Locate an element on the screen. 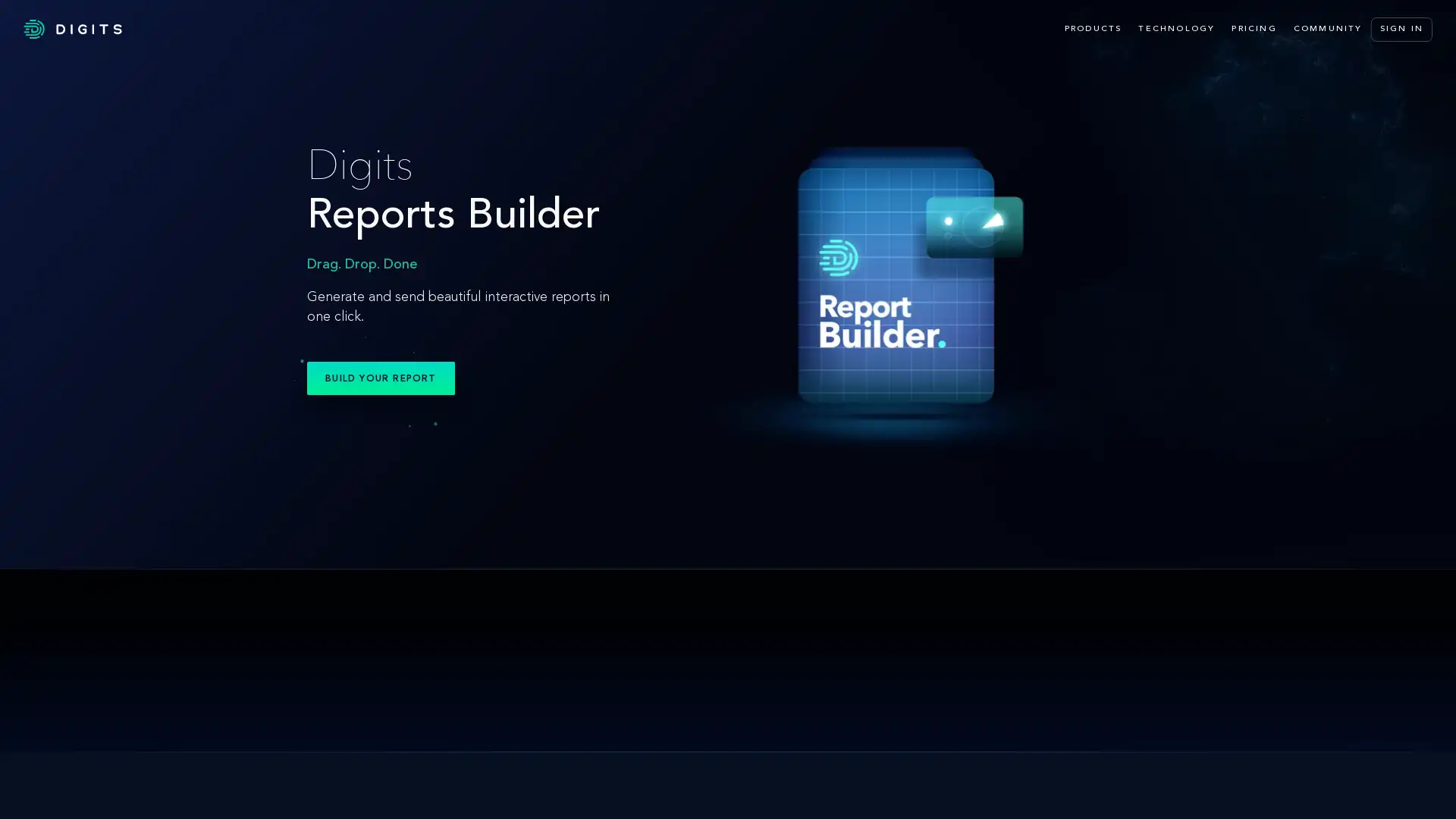  Digits Search is located at coordinates (728, 472).